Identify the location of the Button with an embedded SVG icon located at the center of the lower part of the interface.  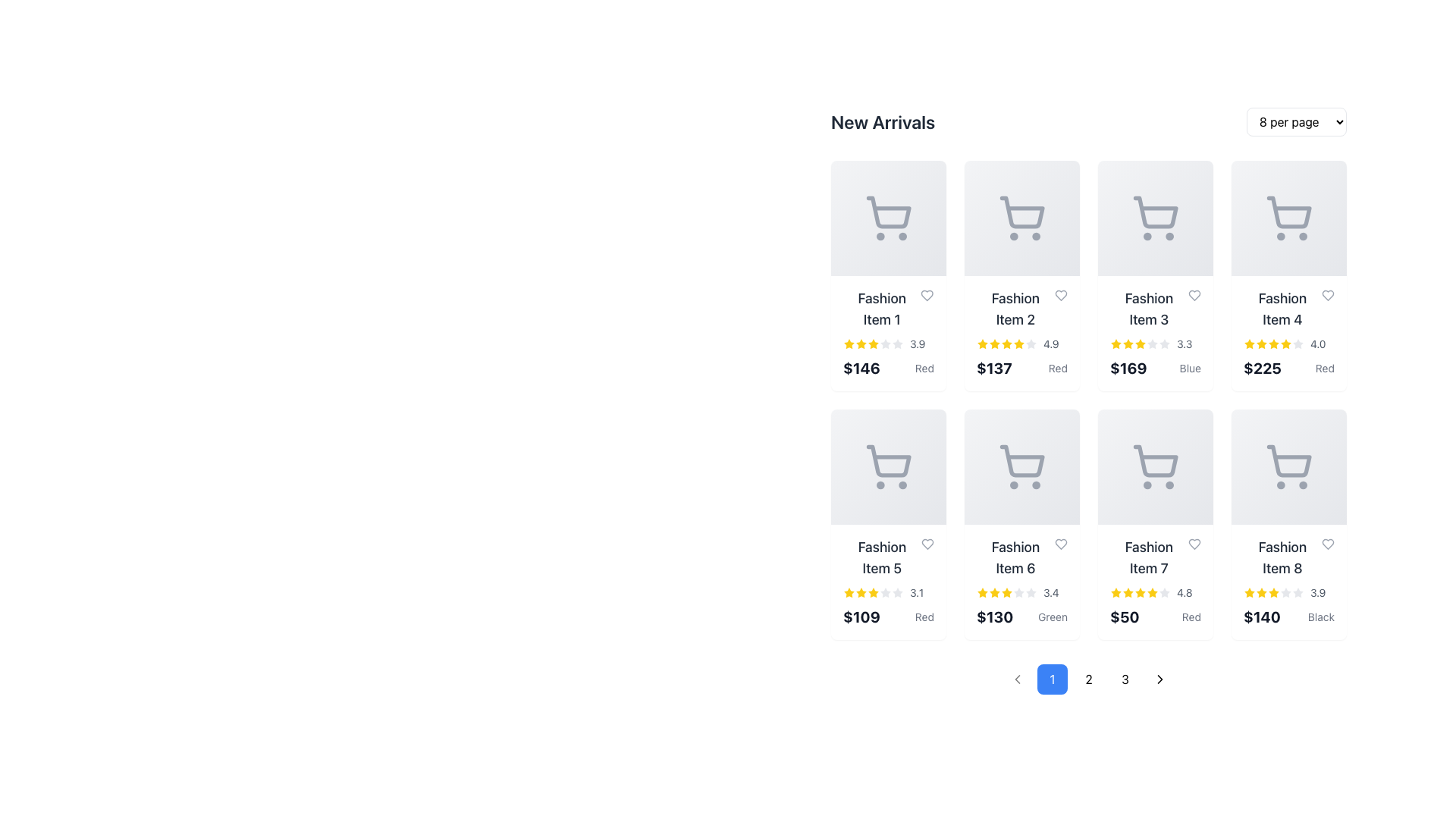
(1018, 678).